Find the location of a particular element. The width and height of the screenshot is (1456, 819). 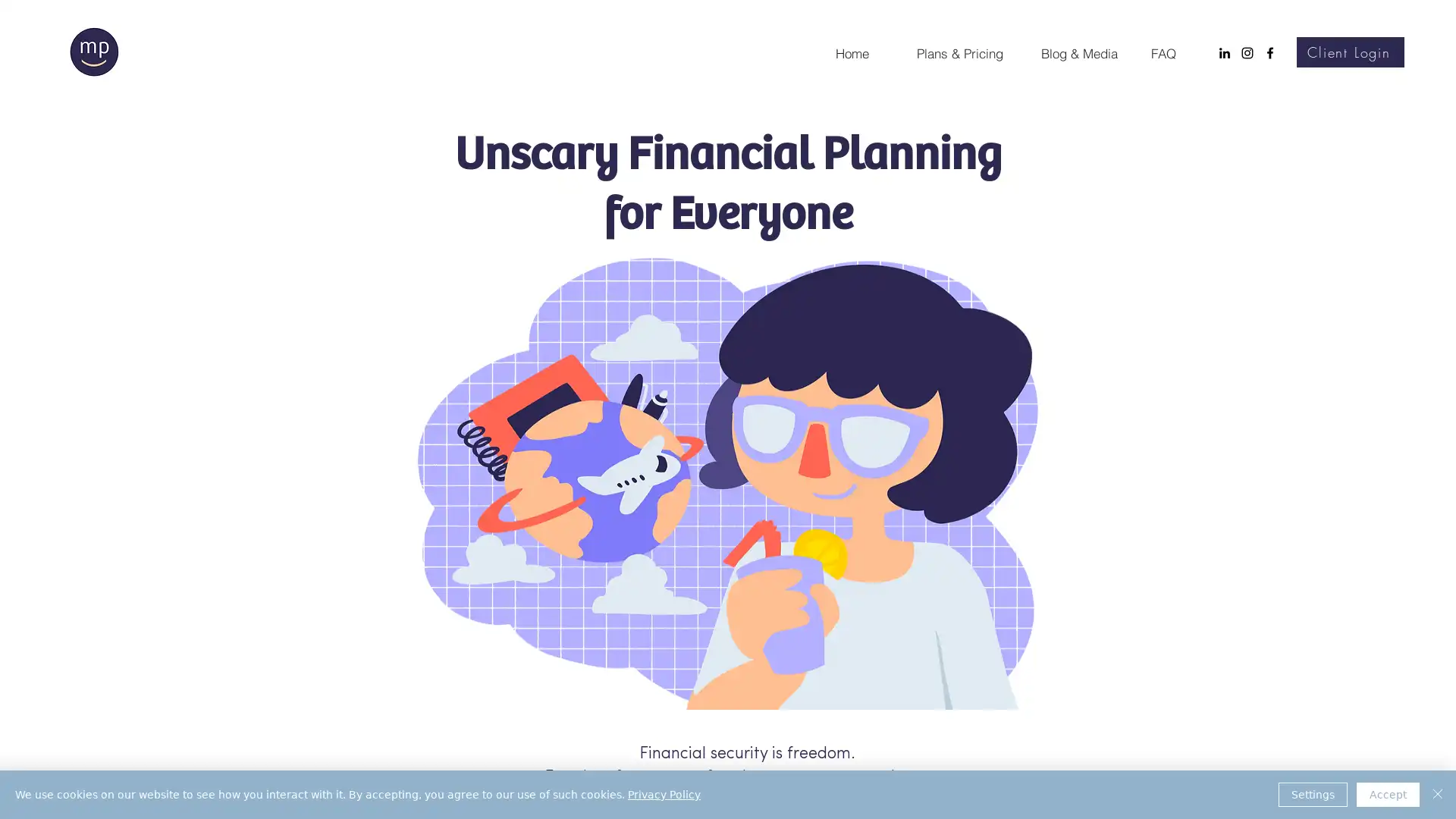

Settings is located at coordinates (1312, 794).